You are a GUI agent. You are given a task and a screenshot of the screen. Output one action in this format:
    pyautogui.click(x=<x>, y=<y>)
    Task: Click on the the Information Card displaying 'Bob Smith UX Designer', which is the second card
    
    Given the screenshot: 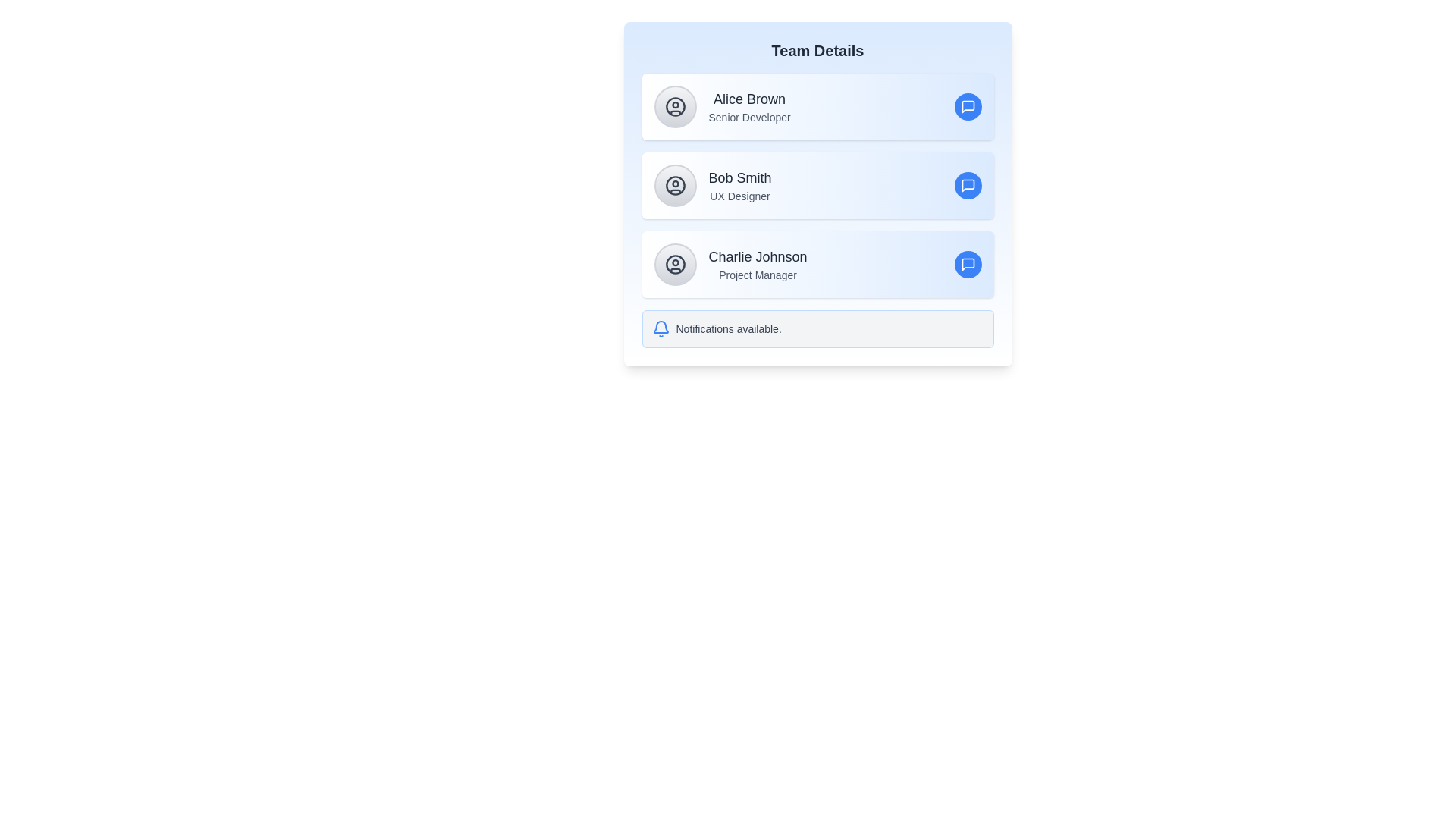 What is the action you would take?
    pyautogui.click(x=817, y=193)
    